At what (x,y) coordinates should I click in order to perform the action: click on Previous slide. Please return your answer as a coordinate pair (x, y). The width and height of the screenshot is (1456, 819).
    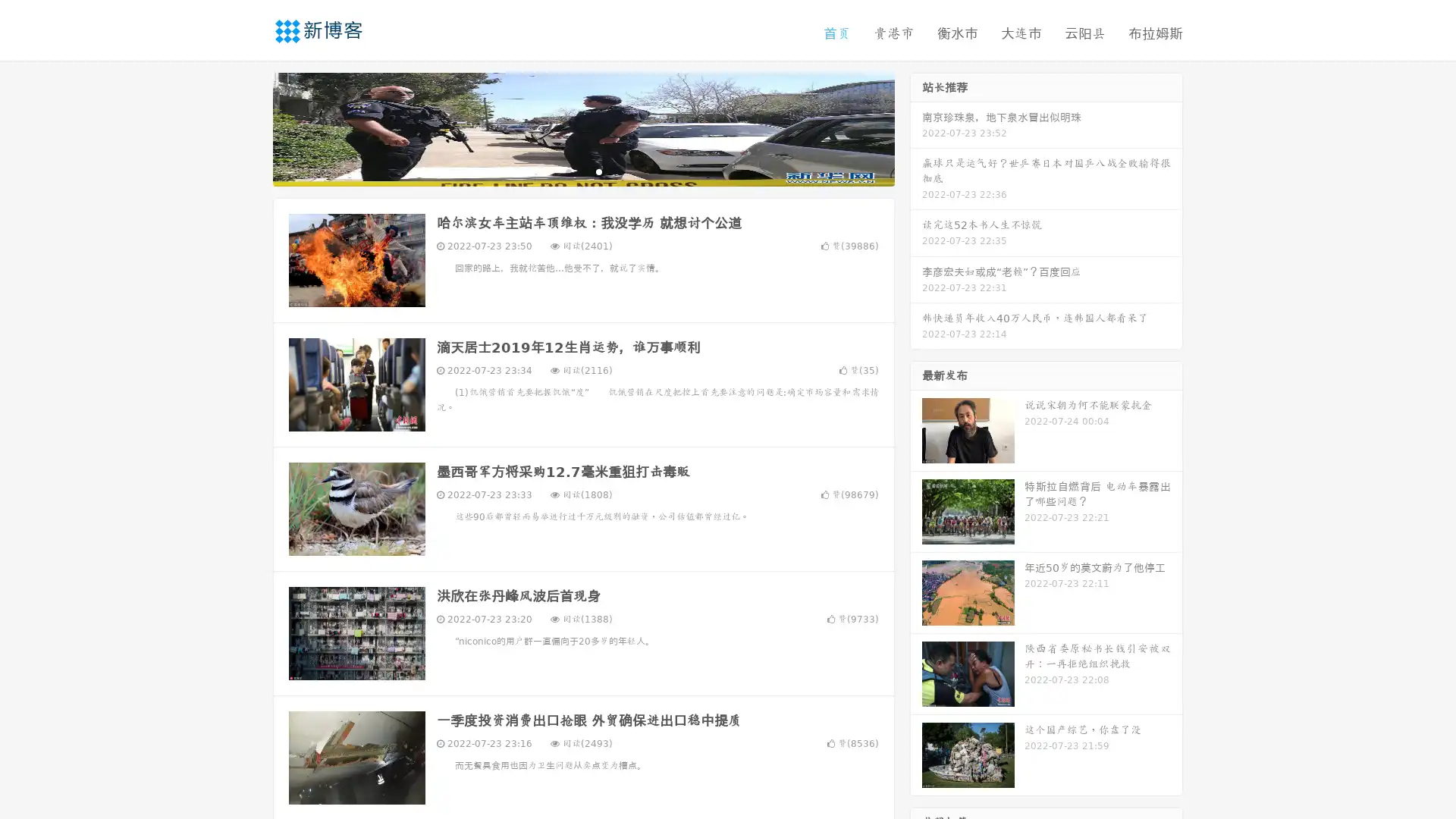
    Looking at the image, I should click on (250, 127).